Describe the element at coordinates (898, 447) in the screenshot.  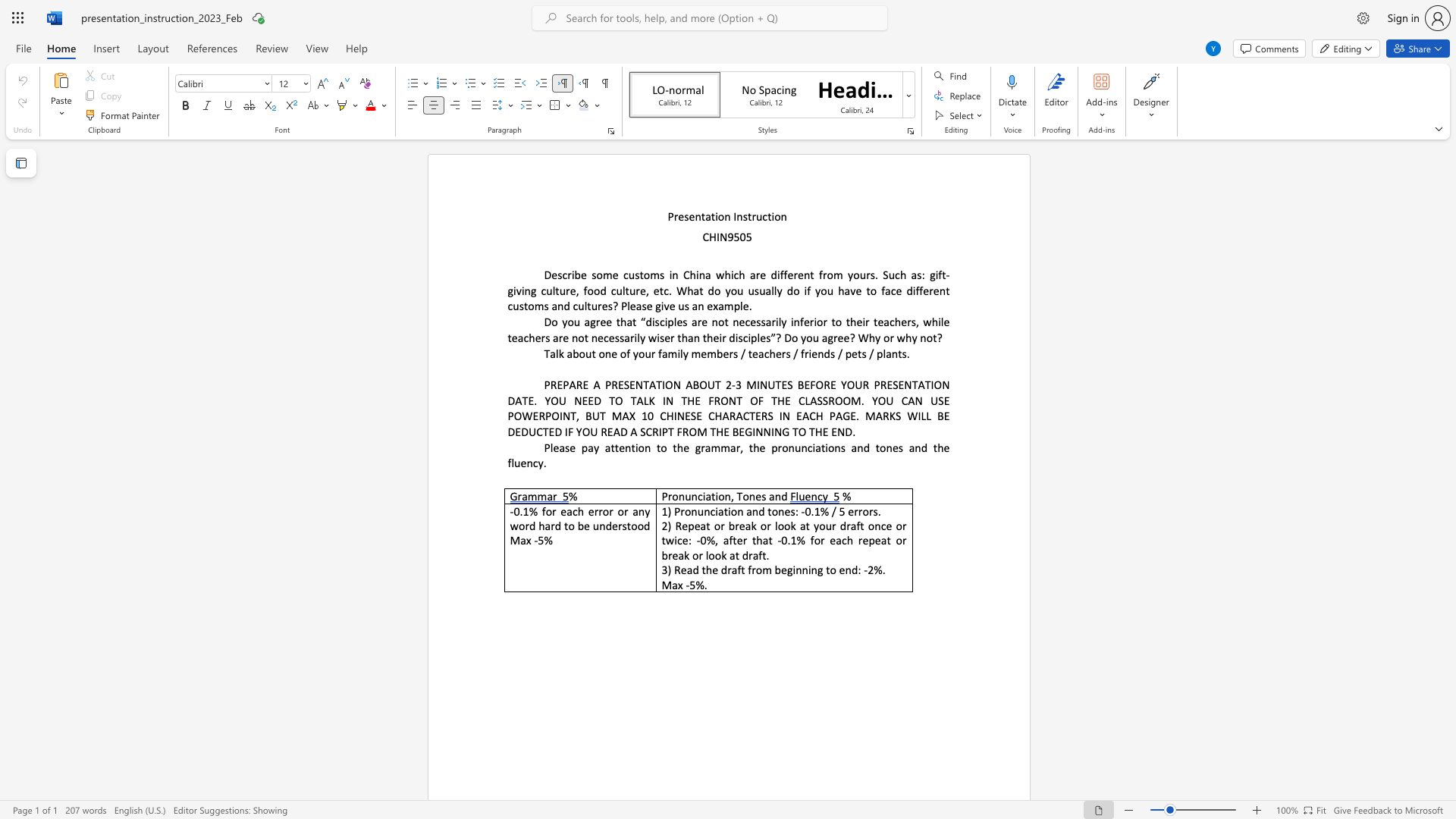
I see `the subset text "s and the fluency" within the text "Please pay attention to the grammar, the pronunciations and tones and the fluency."` at that location.